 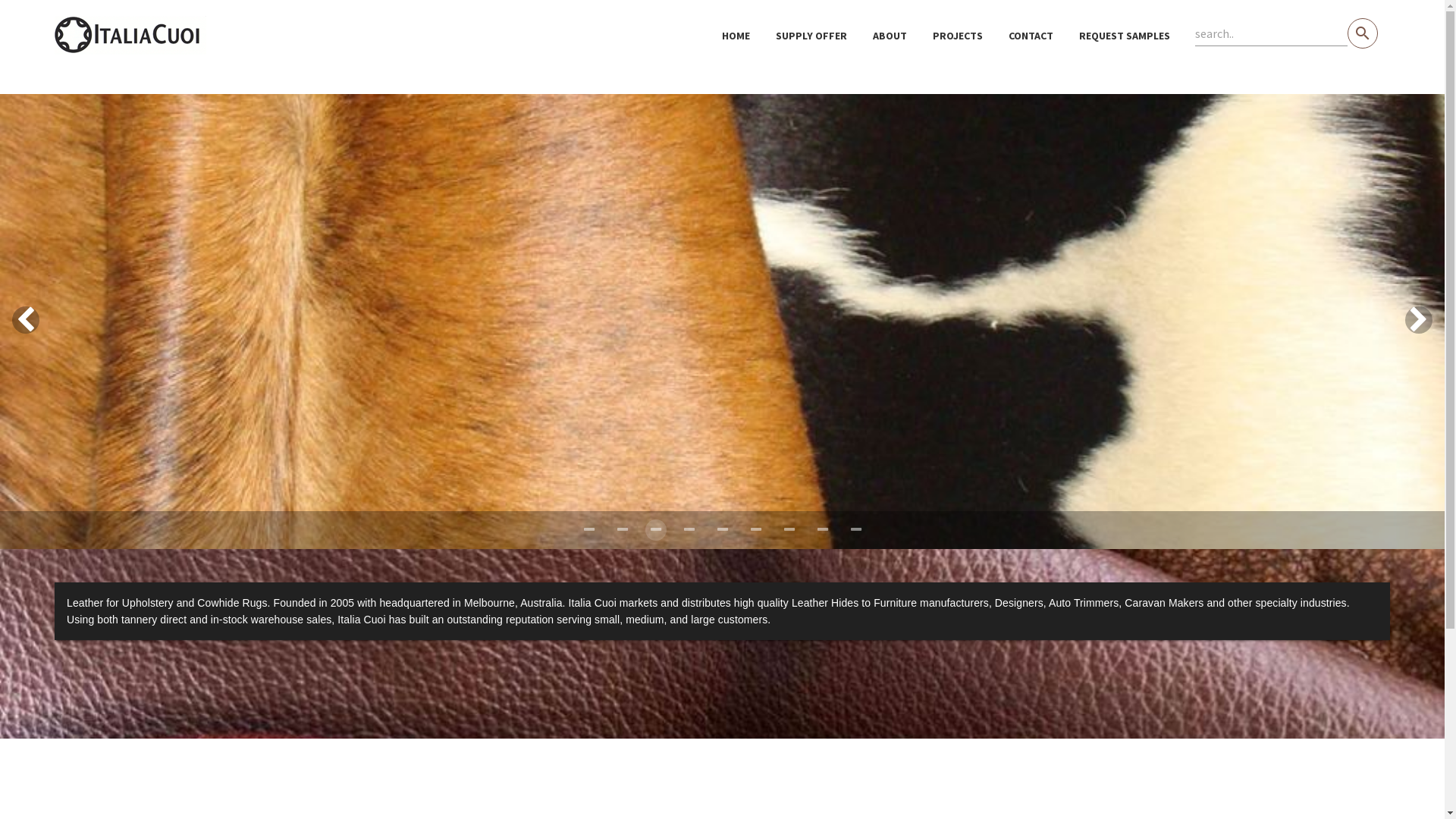 What do you see at coordinates (956, 34) in the screenshot?
I see `'PROJECTS'` at bounding box center [956, 34].